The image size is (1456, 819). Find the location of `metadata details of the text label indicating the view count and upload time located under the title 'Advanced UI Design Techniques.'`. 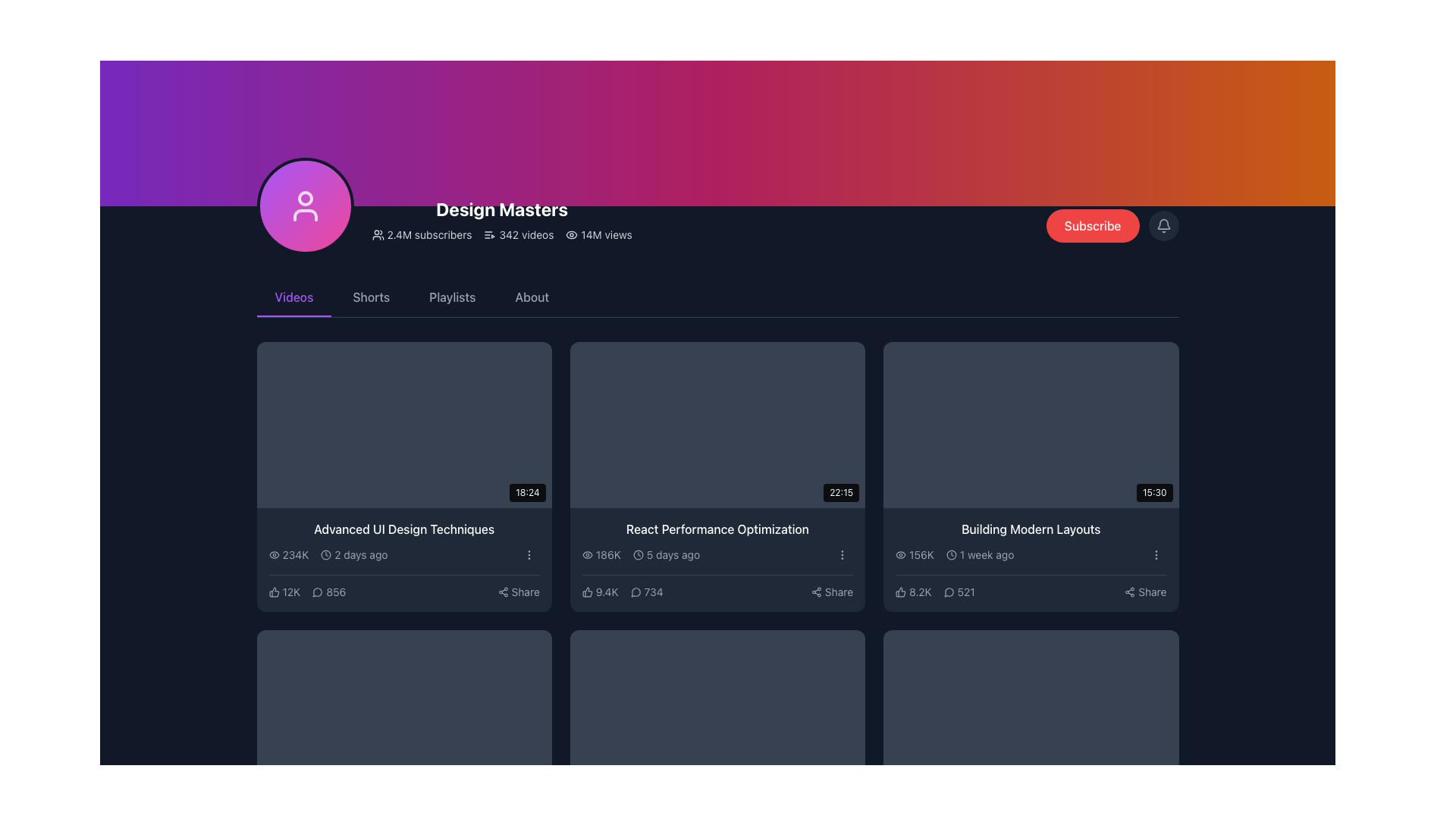

metadata details of the text label indicating the view count and upload time located under the title 'Advanced UI Design Techniques.' is located at coordinates (327, 555).